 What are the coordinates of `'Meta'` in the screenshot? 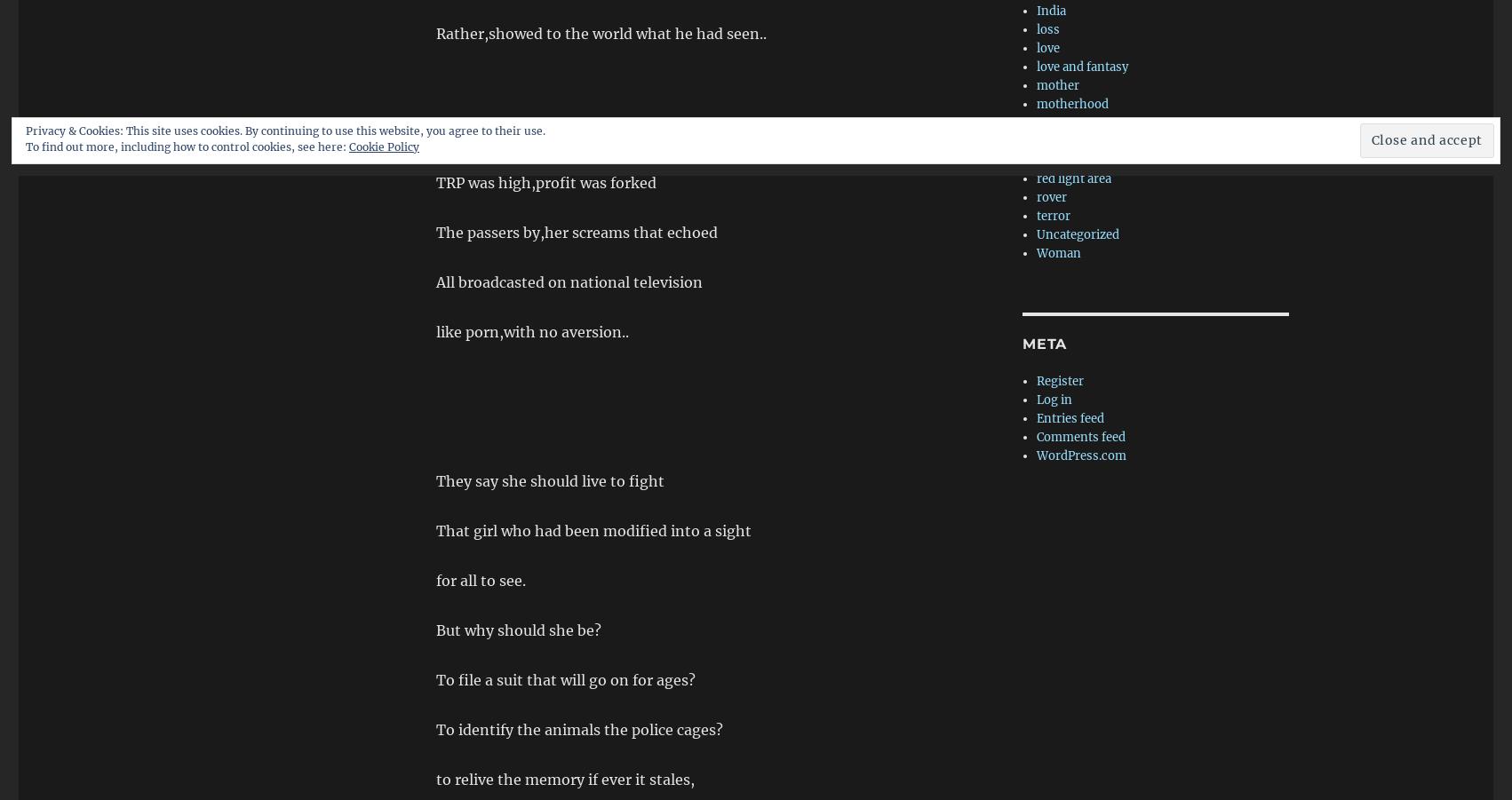 It's located at (1045, 343).